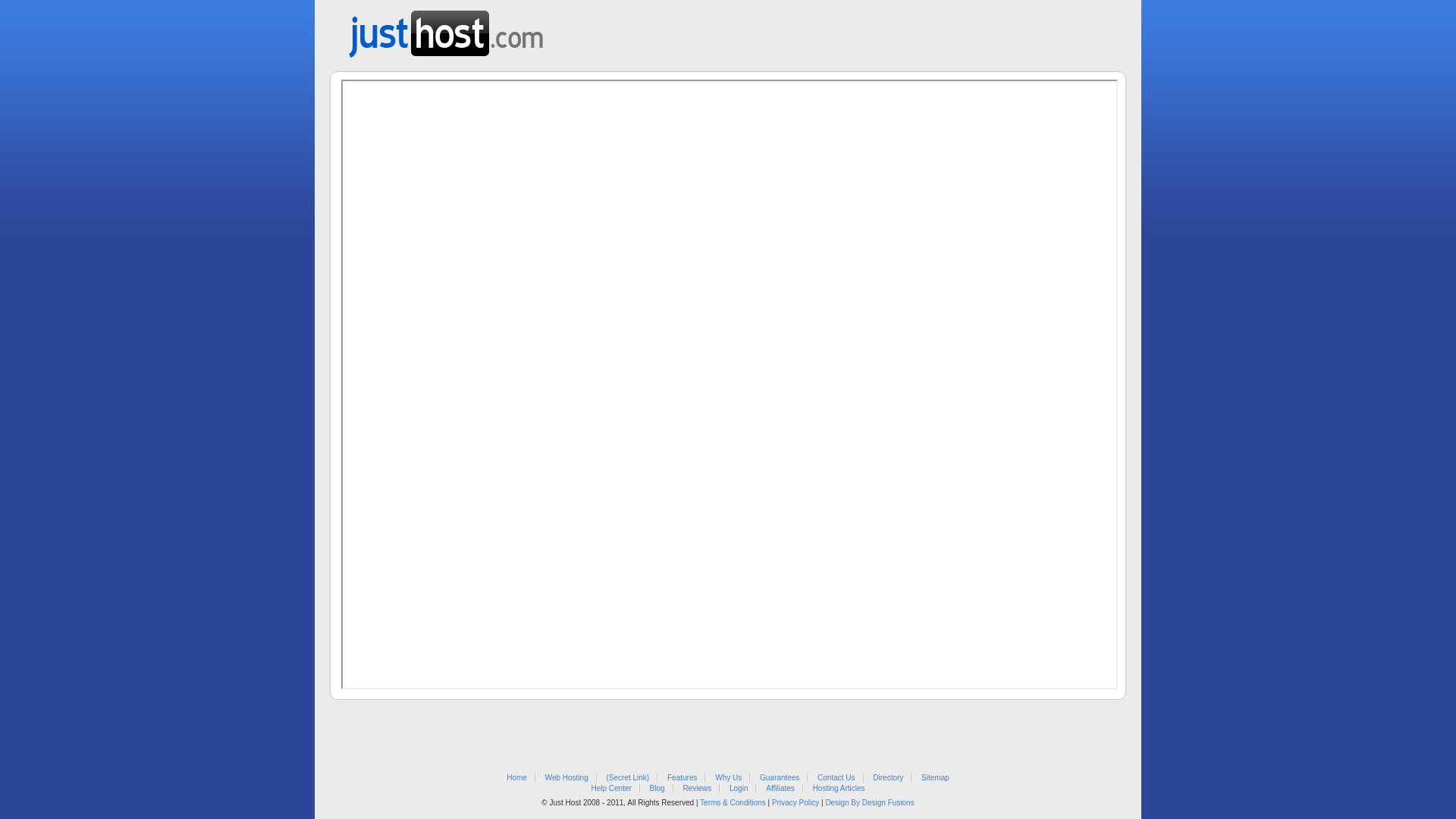 Image resolution: width=1456 pixels, height=819 pixels. I want to click on 'Why Us', so click(728, 777).